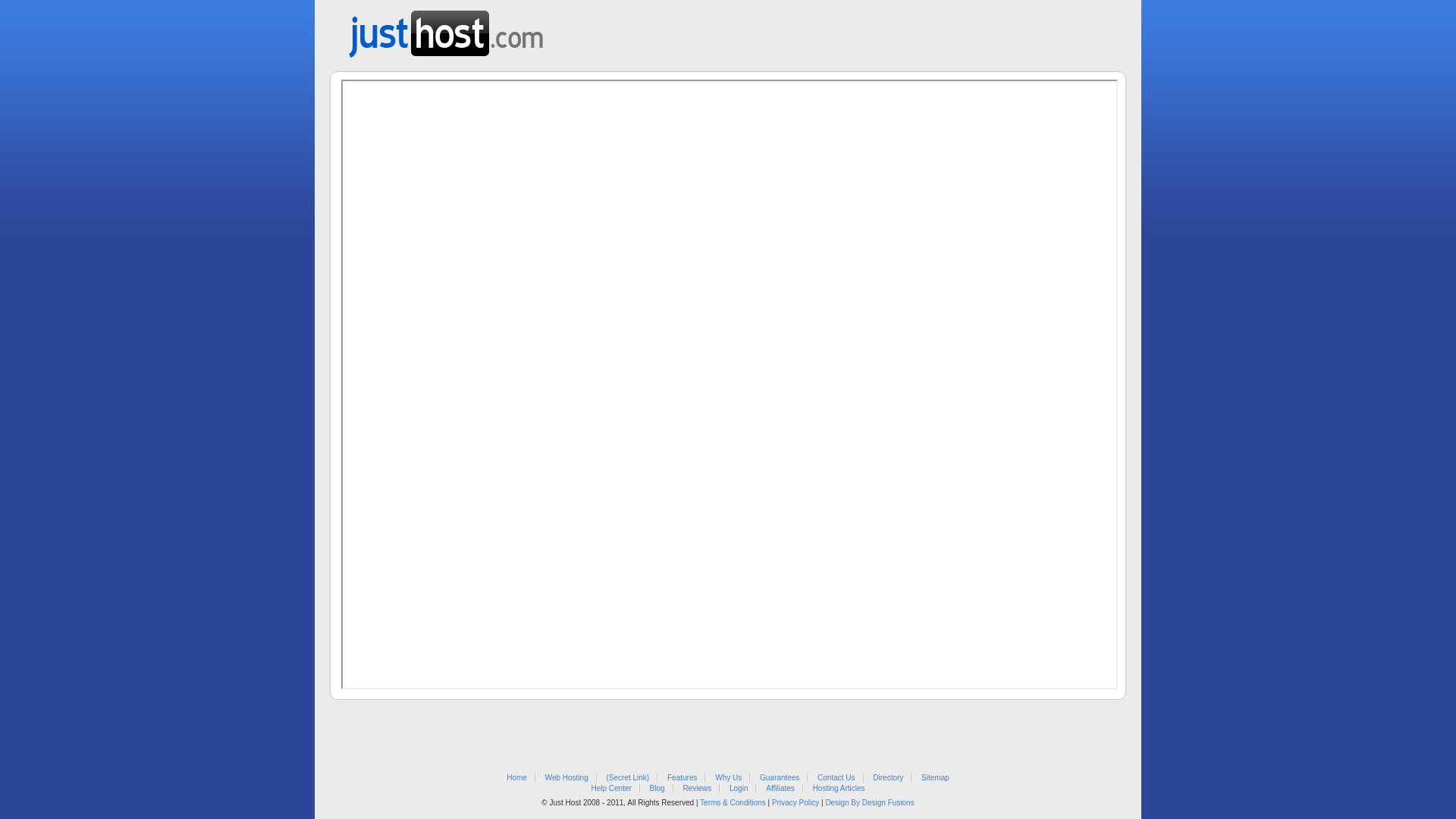 Image resolution: width=1456 pixels, height=819 pixels. I want to click on 'Why Us', so click(728, 777).